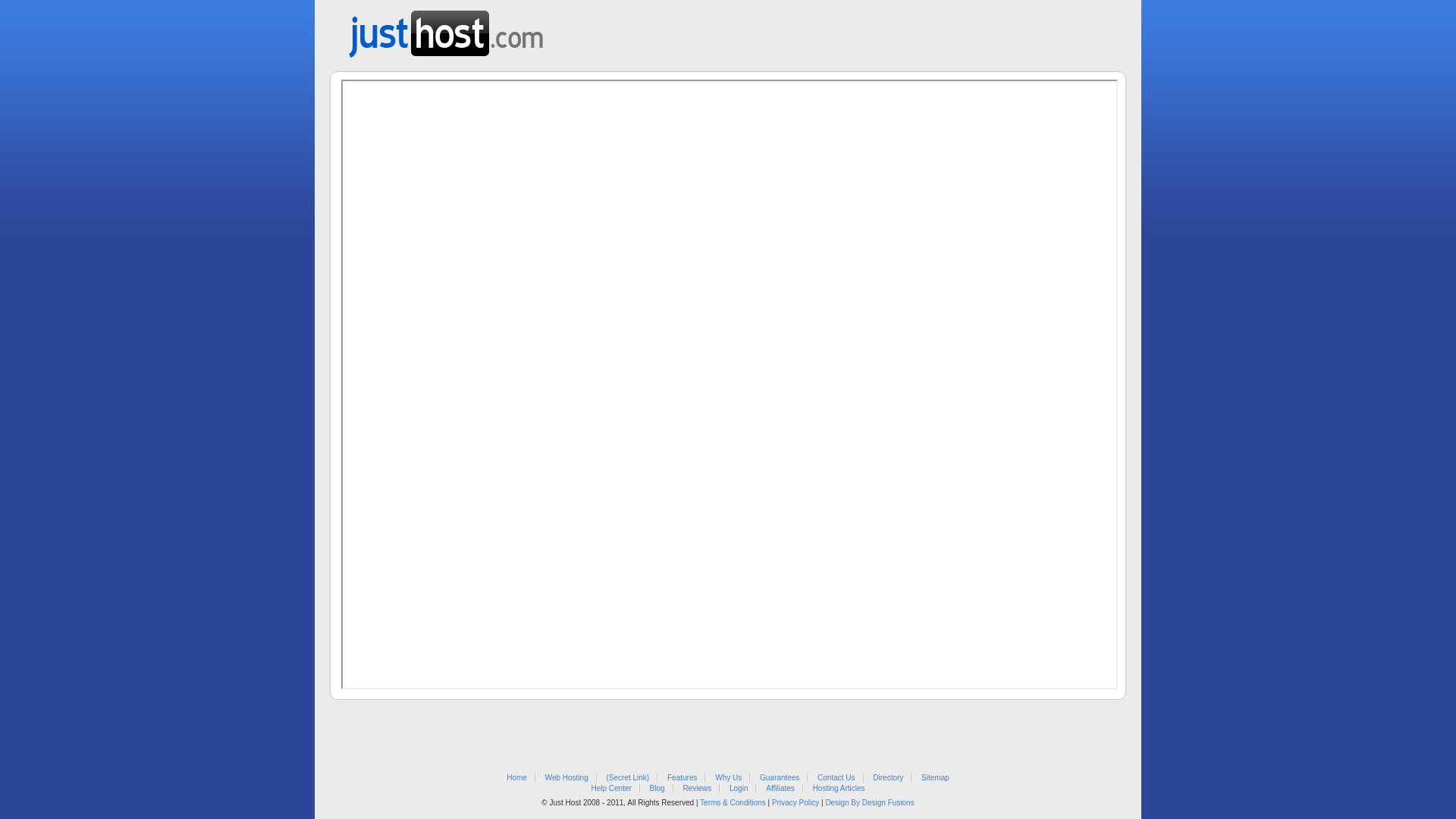 Image resolution: width=1456 pixels, height=819 pixels. I want to click on 'Why Us', so click(728, 777).